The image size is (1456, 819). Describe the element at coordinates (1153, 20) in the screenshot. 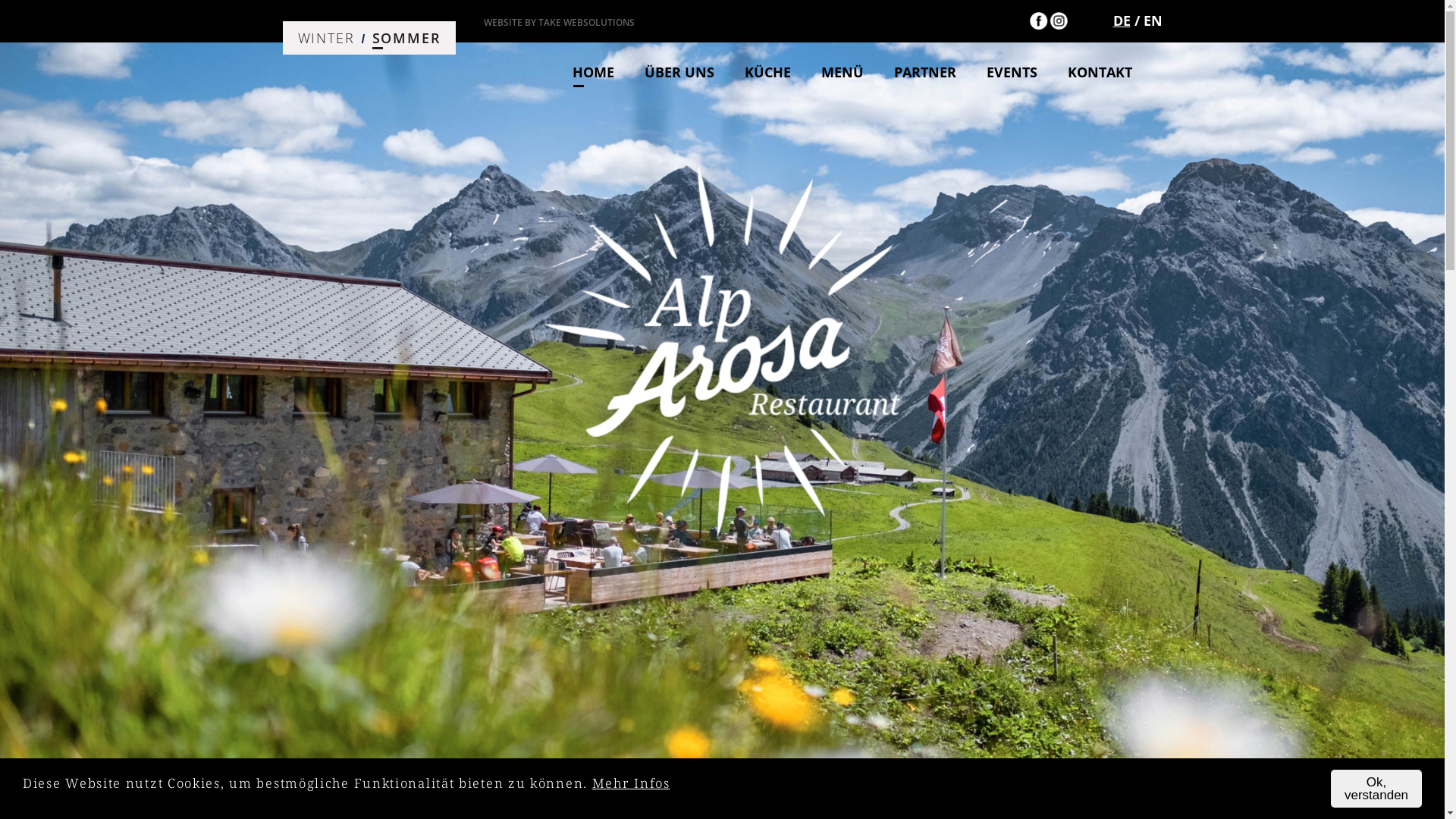

I see `'EN'` at that location.